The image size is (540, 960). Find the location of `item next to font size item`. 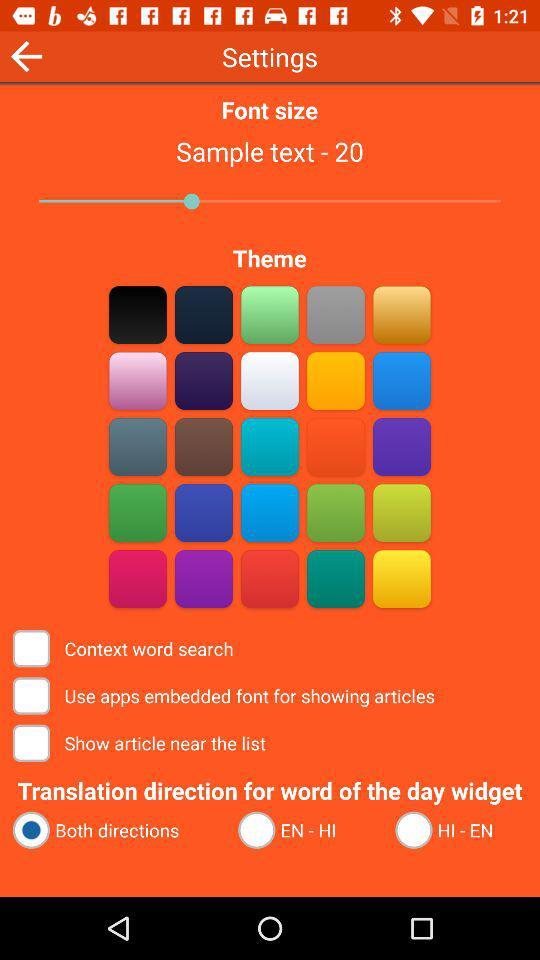

item next to font size item is located at coordinates (25, 55).